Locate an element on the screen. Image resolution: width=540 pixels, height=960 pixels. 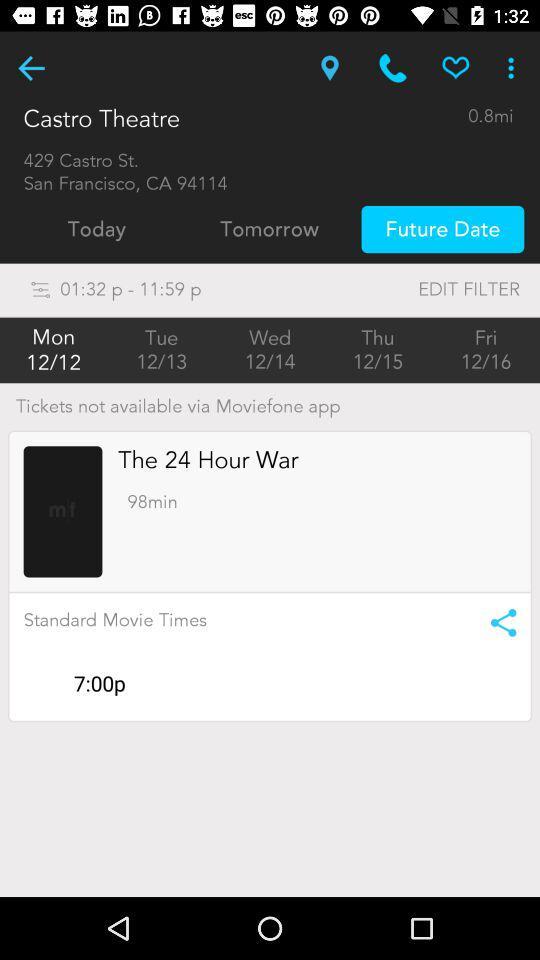
the icon to the right of the 01 32 p icon is located at coordinates (427, 288).